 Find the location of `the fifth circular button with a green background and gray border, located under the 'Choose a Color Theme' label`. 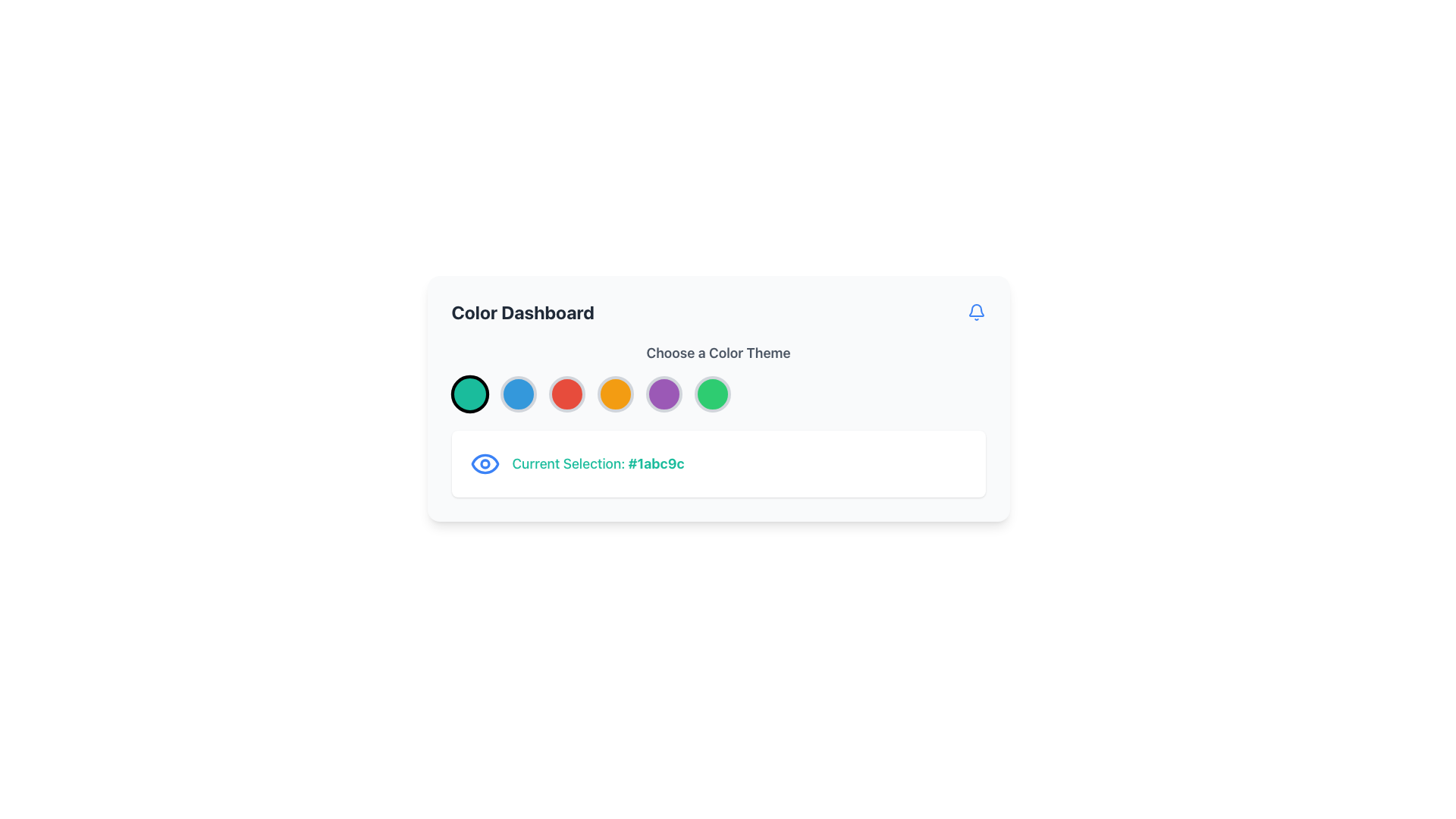

the fifth circular button with a green background and gray border, located under the 'Choose a Color Theme' label is located at coordinates (717, 397).